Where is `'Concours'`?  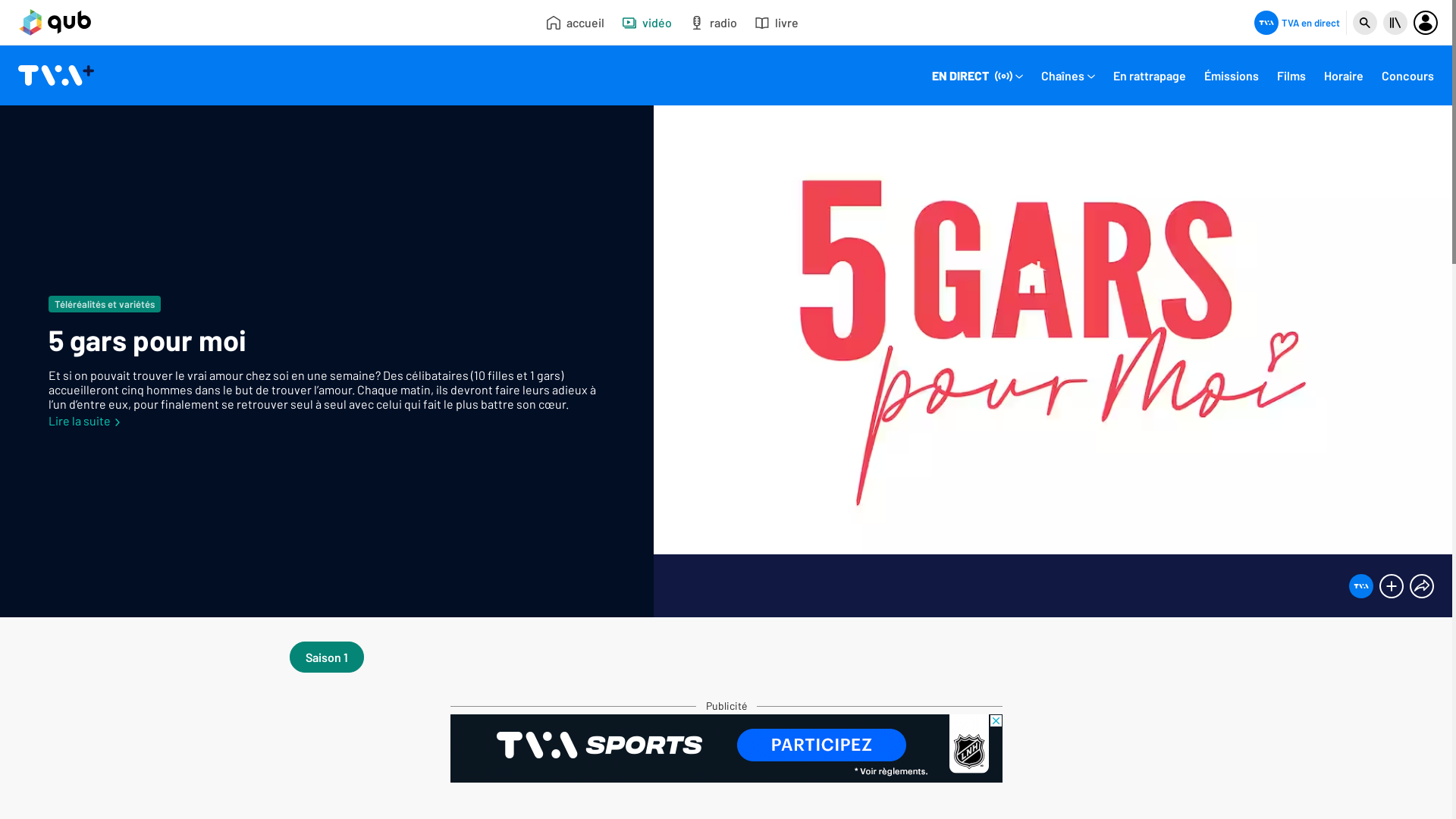
'Concours' is located at coordinates (1407, 77).